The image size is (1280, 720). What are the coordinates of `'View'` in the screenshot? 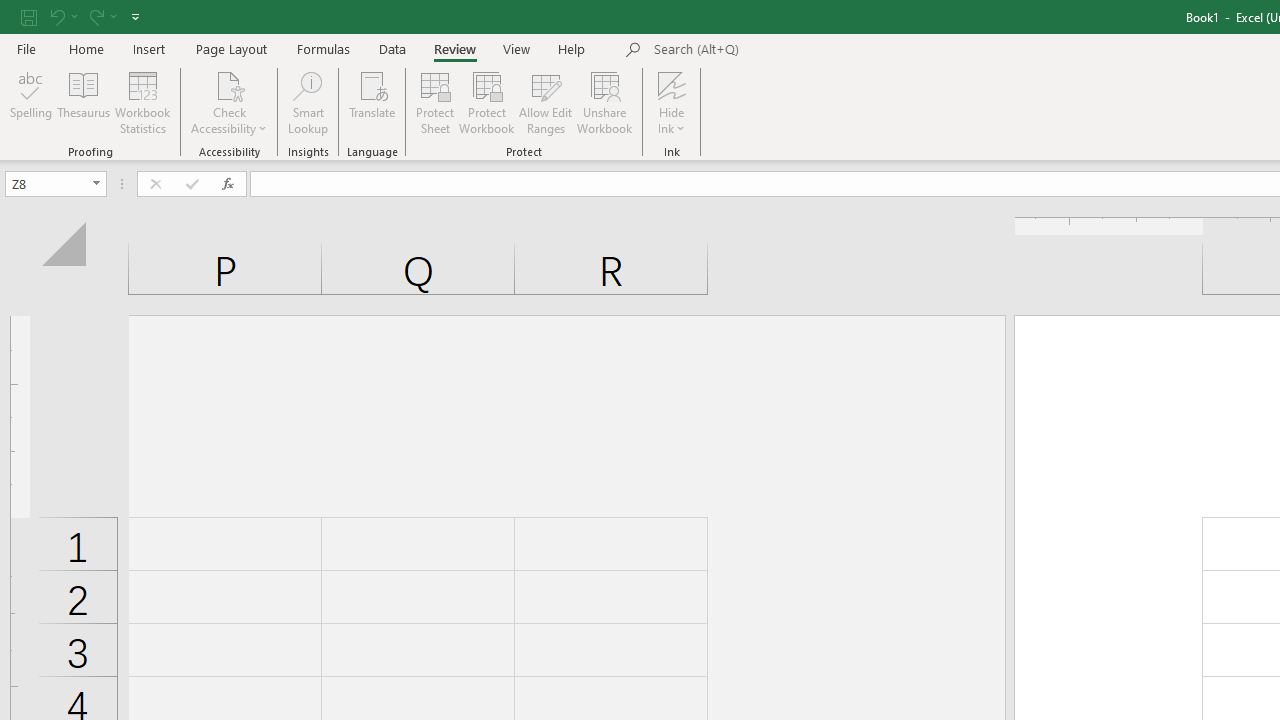 It's located at (517, 48).